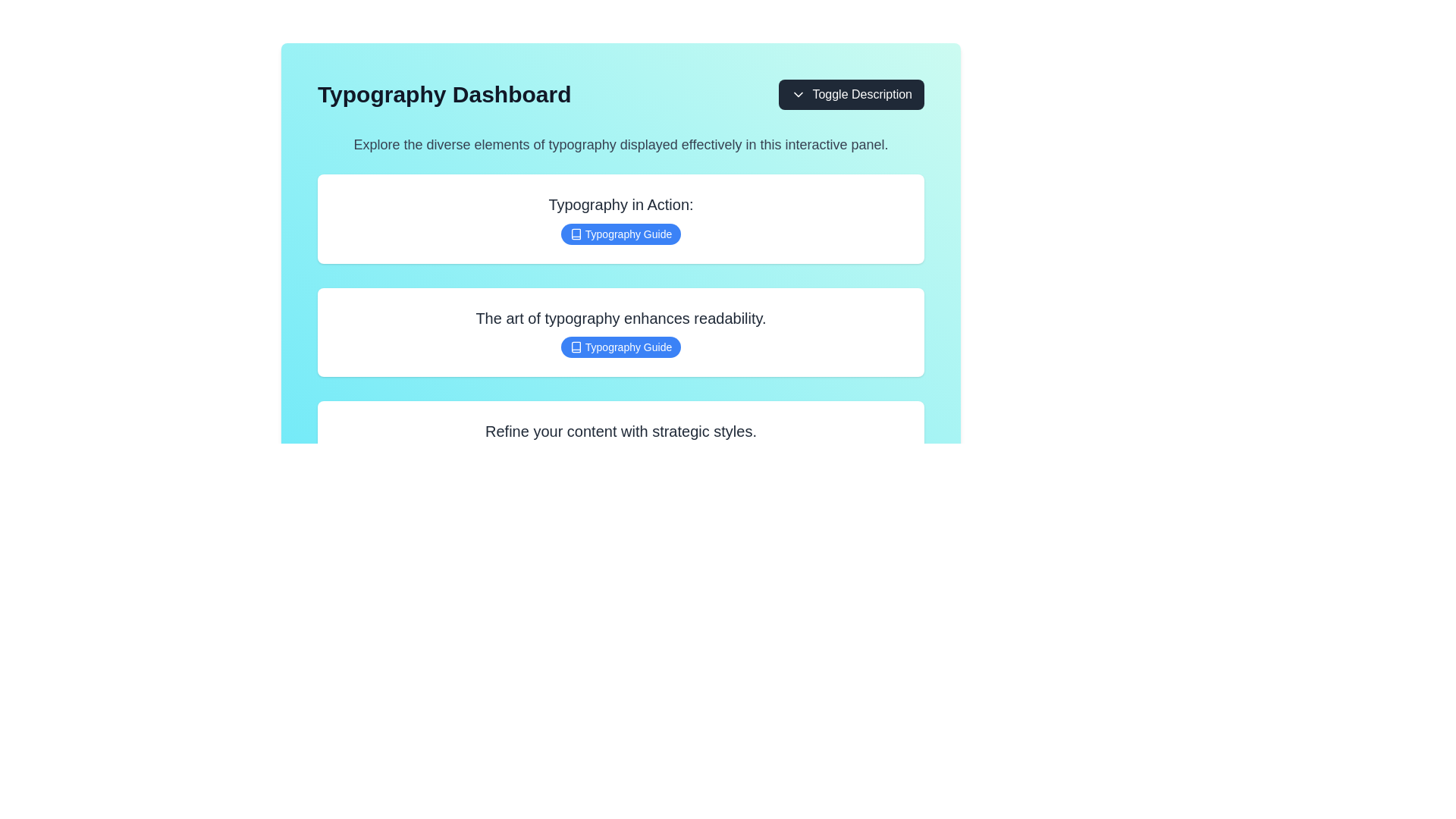 Image resolution: width=1456 pixels, height=819 pixels. I want to click on the page or section header, so click(444, 94).